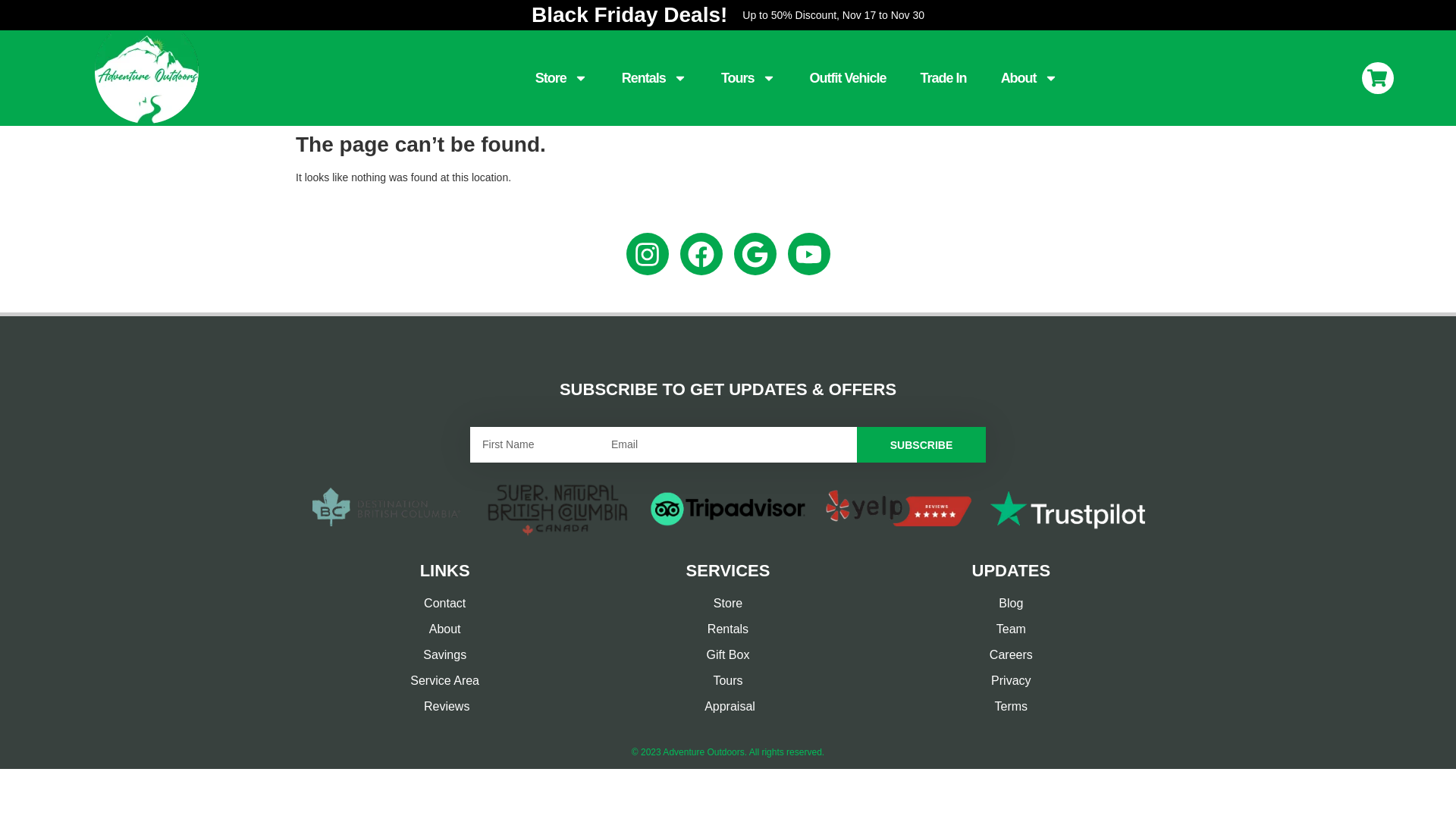 This screenshot has width=1456, height=819. Describe the element at coordinates (726, 629) in the screenshot. I see `'Rentals'` at that location.